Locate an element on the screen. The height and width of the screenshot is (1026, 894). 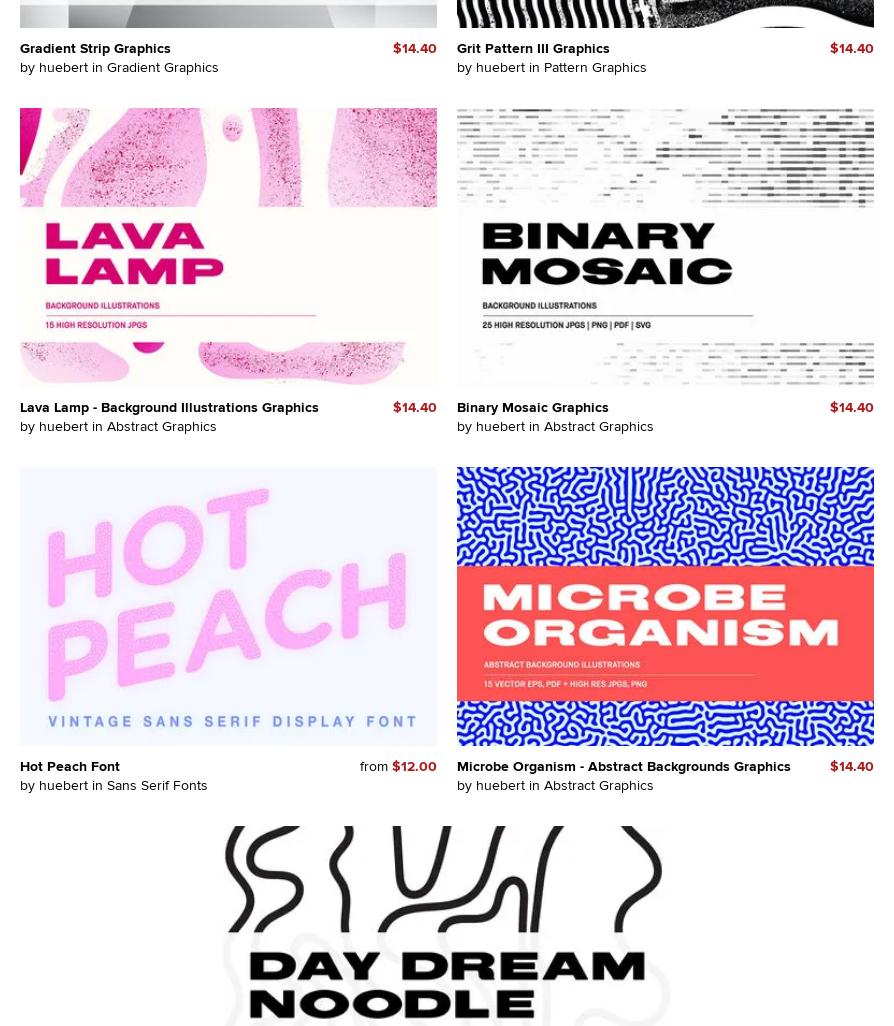
'Gradient Graphics' is located at coordinates (162, 65).